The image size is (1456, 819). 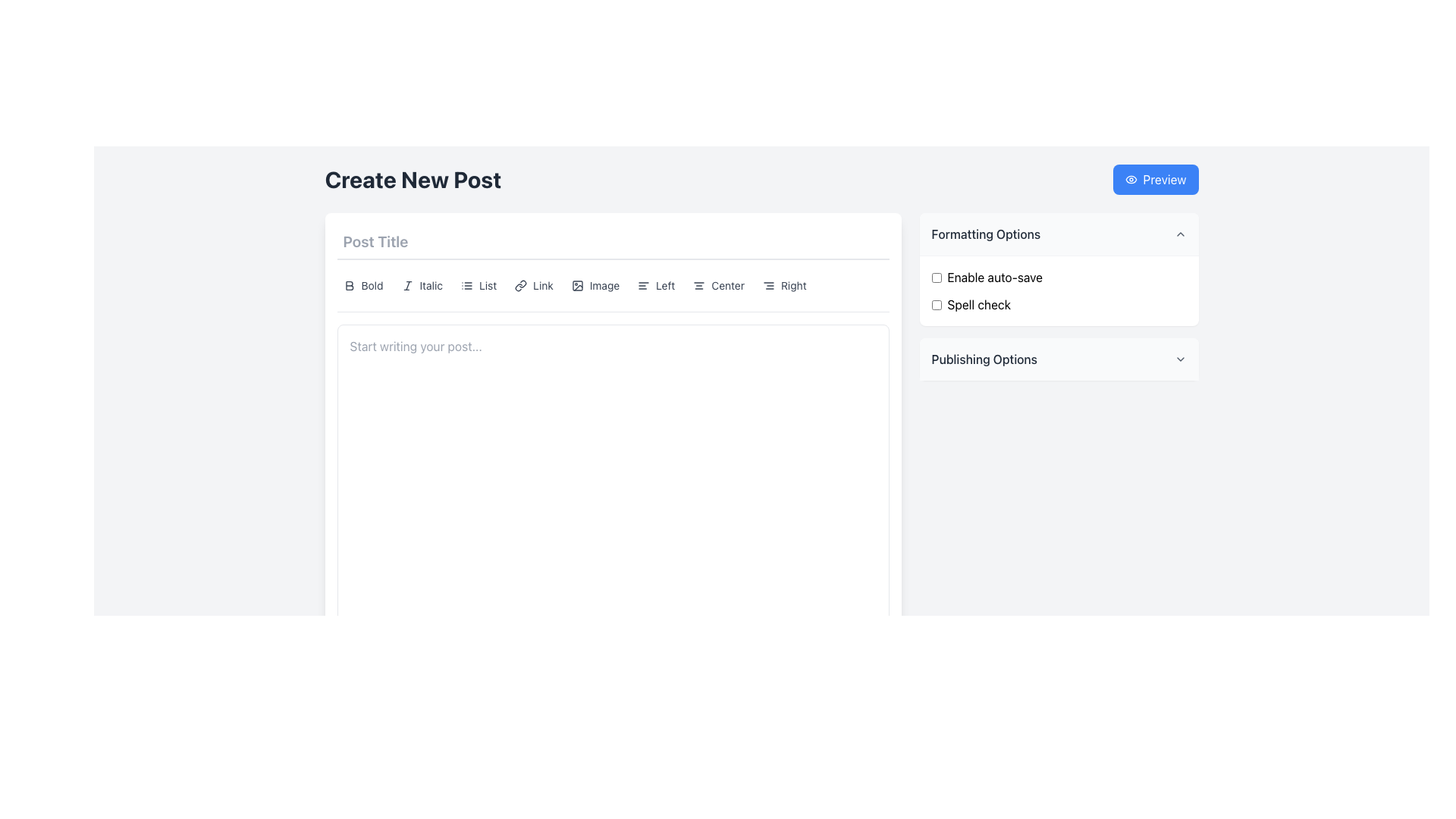 What do you see at coordinates (348, 286) in the screenshot?
I see `the Icon button in the formatting tools toolbar` at bounding box center [348, 286].